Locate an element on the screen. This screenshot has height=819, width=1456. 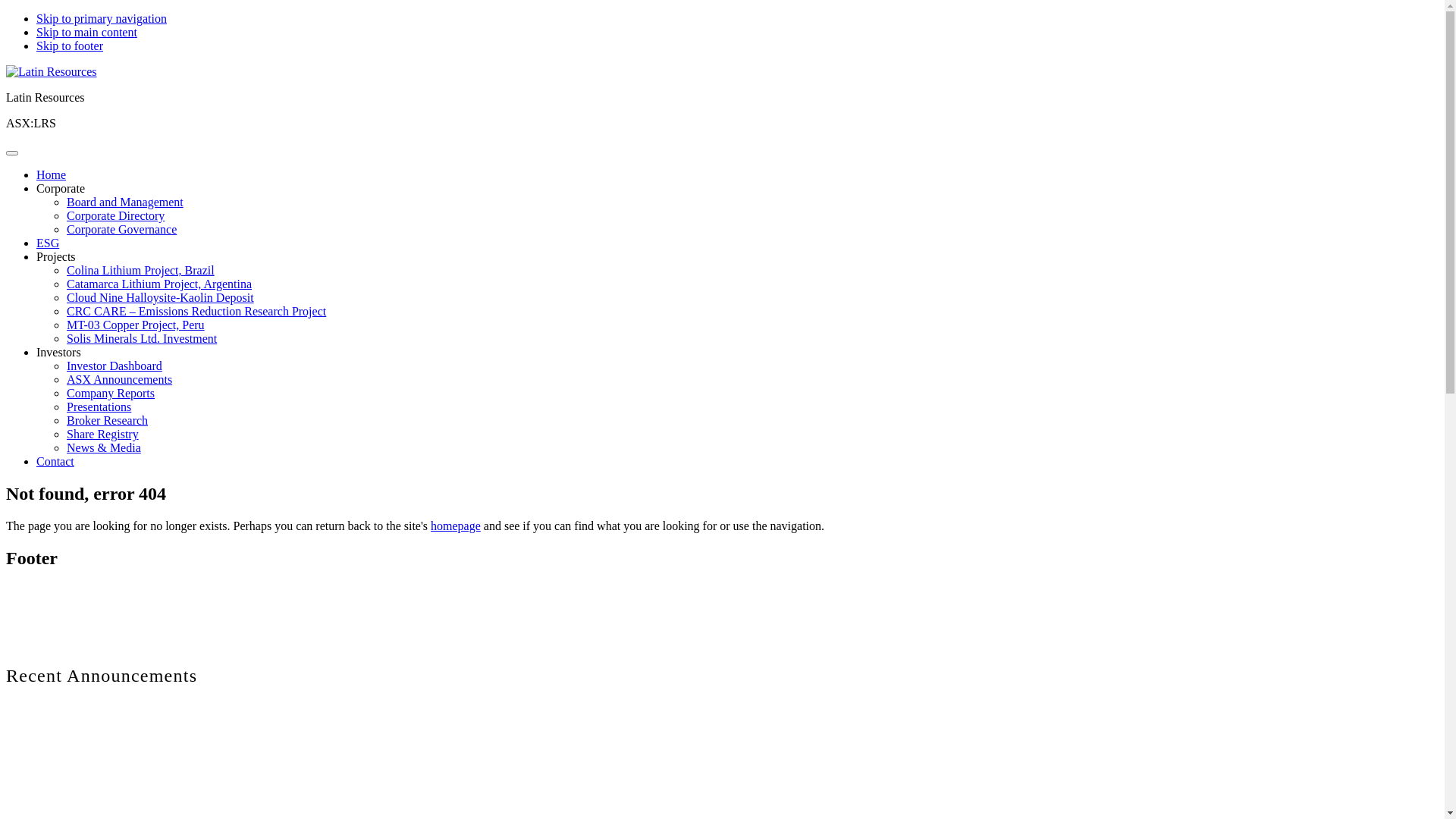
'Presentations' is located at coordinates (98, 406).